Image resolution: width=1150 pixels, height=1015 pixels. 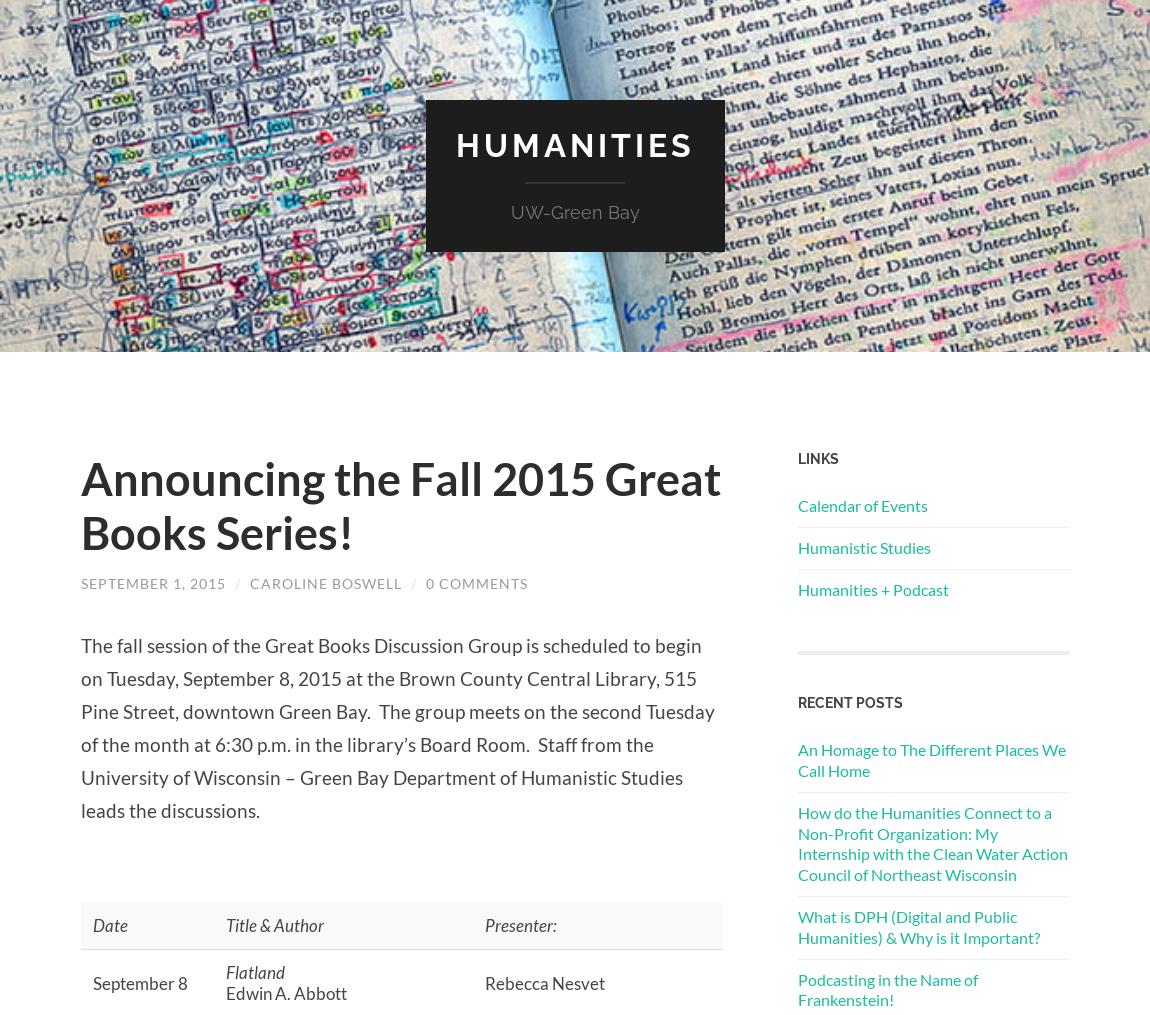 I want to click on 'September 8', so click(x=92, y=982).